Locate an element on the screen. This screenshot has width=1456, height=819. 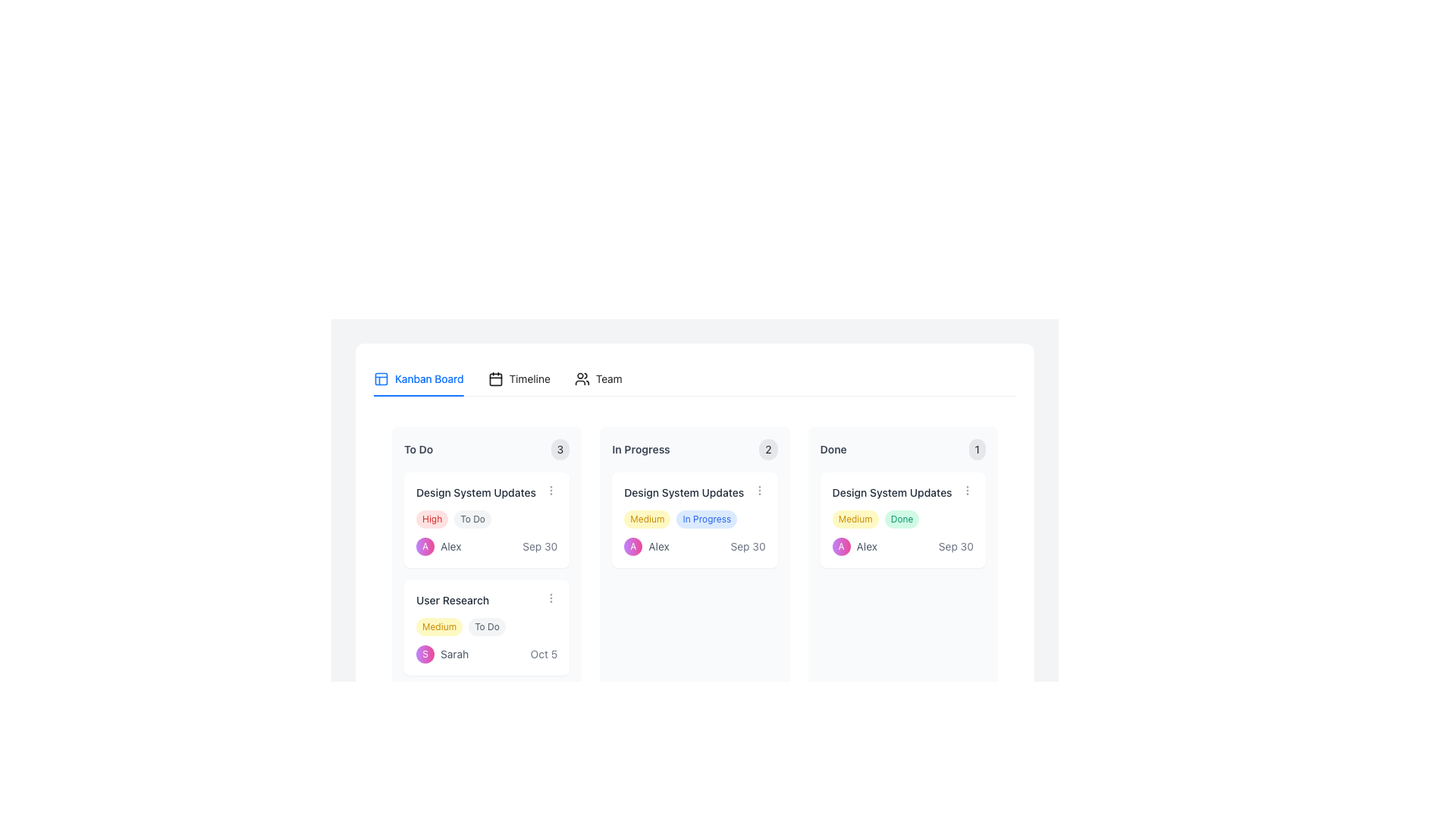
the 'Timeline' tab navigation item, which features the word 'Timeline' in a sans-serif font and a calendar icon is located at coordinates (519, 378).